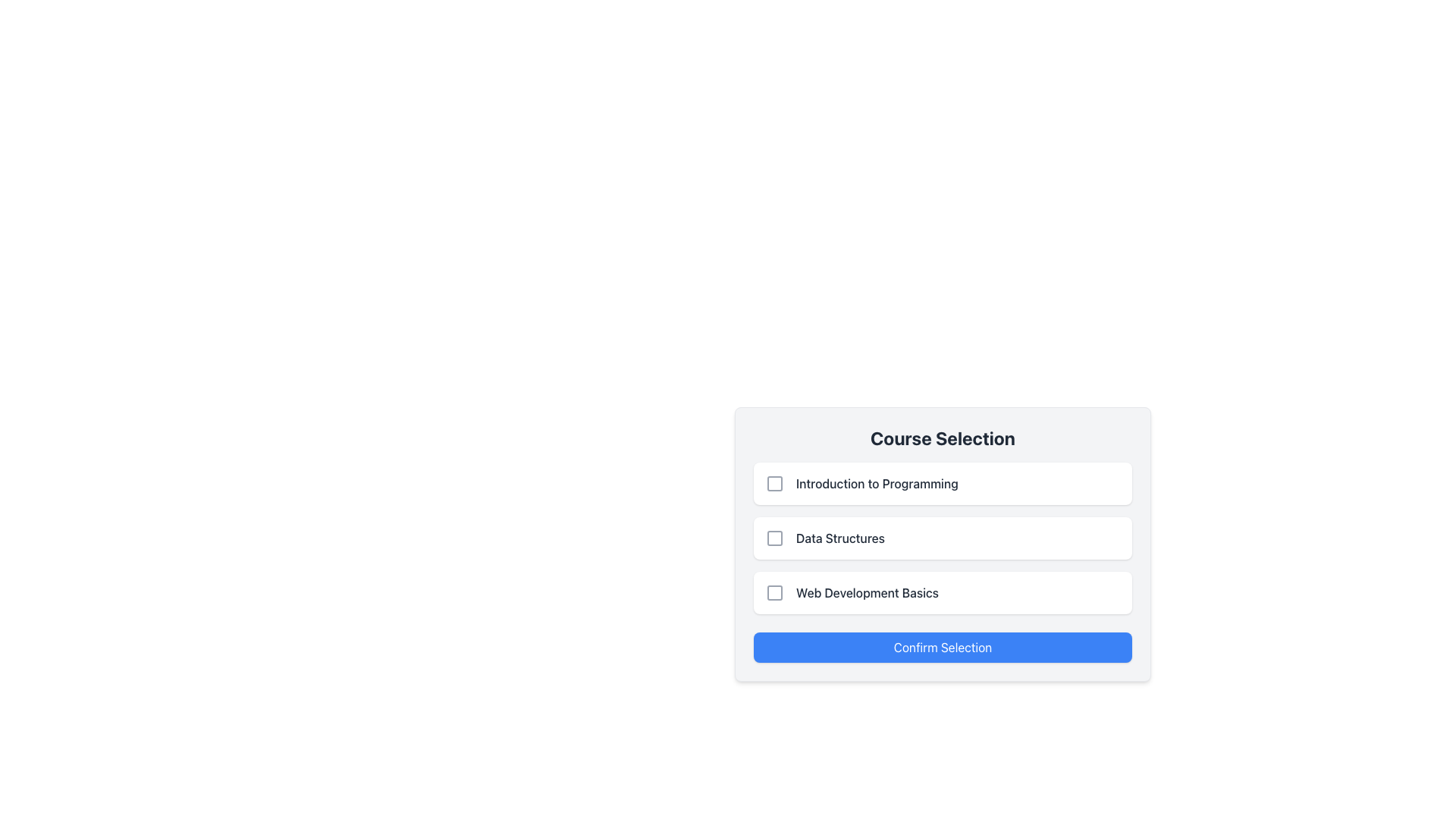 Image resolution: width=1456 pixels, height=819 pixels. What do you see at coordinates (877, 483) in the screenshot?
I see `the text label displaying 'Introduction to Programming' located in the 'Course Selection' section, positioned to the right of the checkbox icon` at bounding box center [877, 483].